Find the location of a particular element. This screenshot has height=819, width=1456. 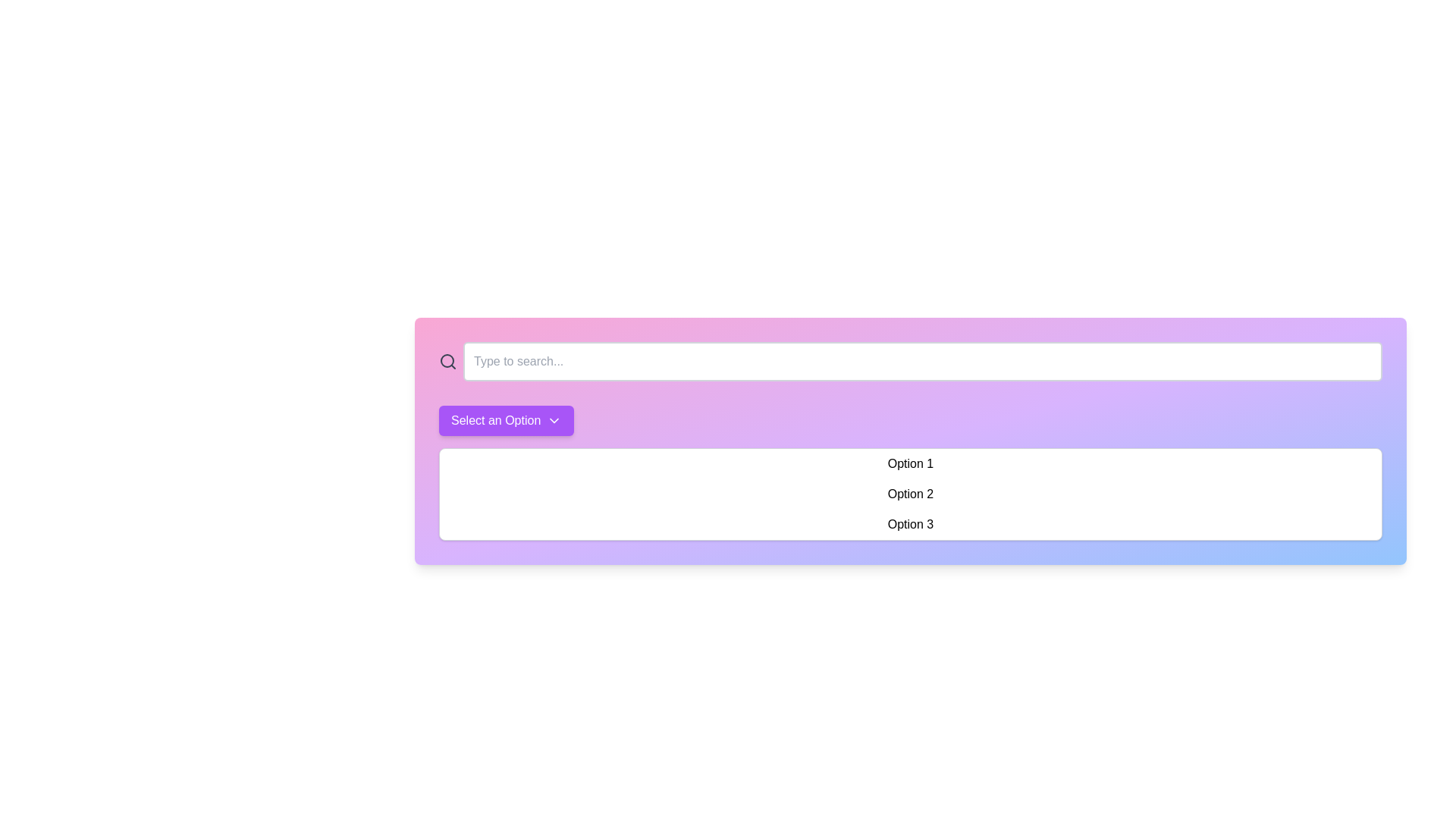

the Chevron Down Indicator icon located to the right of the 'Select an Option' button, which indicates that the button opens a dropdown list is located at coordinates (554, 421).